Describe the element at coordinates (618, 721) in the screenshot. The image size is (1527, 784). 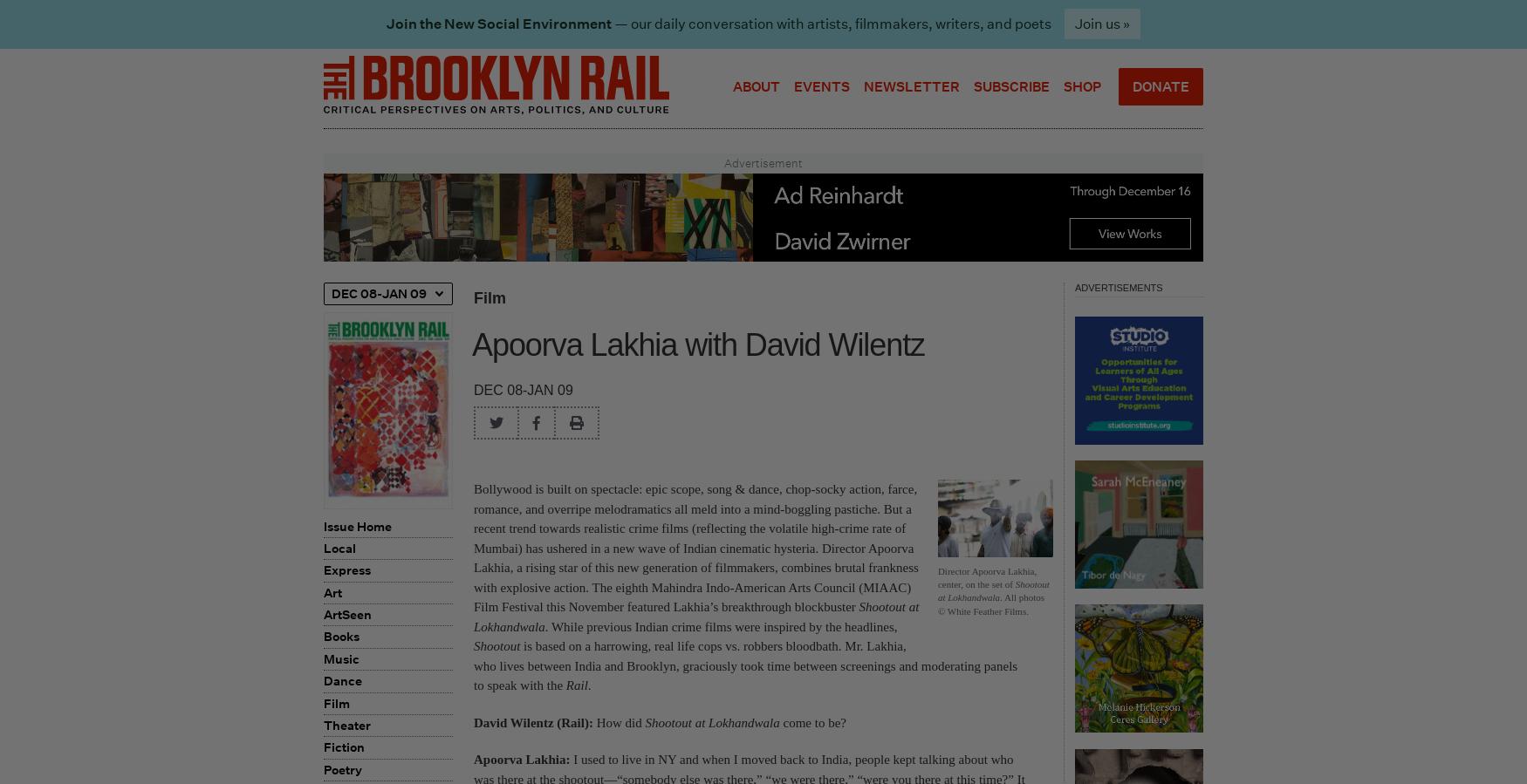
I see `'How did'` at that location.